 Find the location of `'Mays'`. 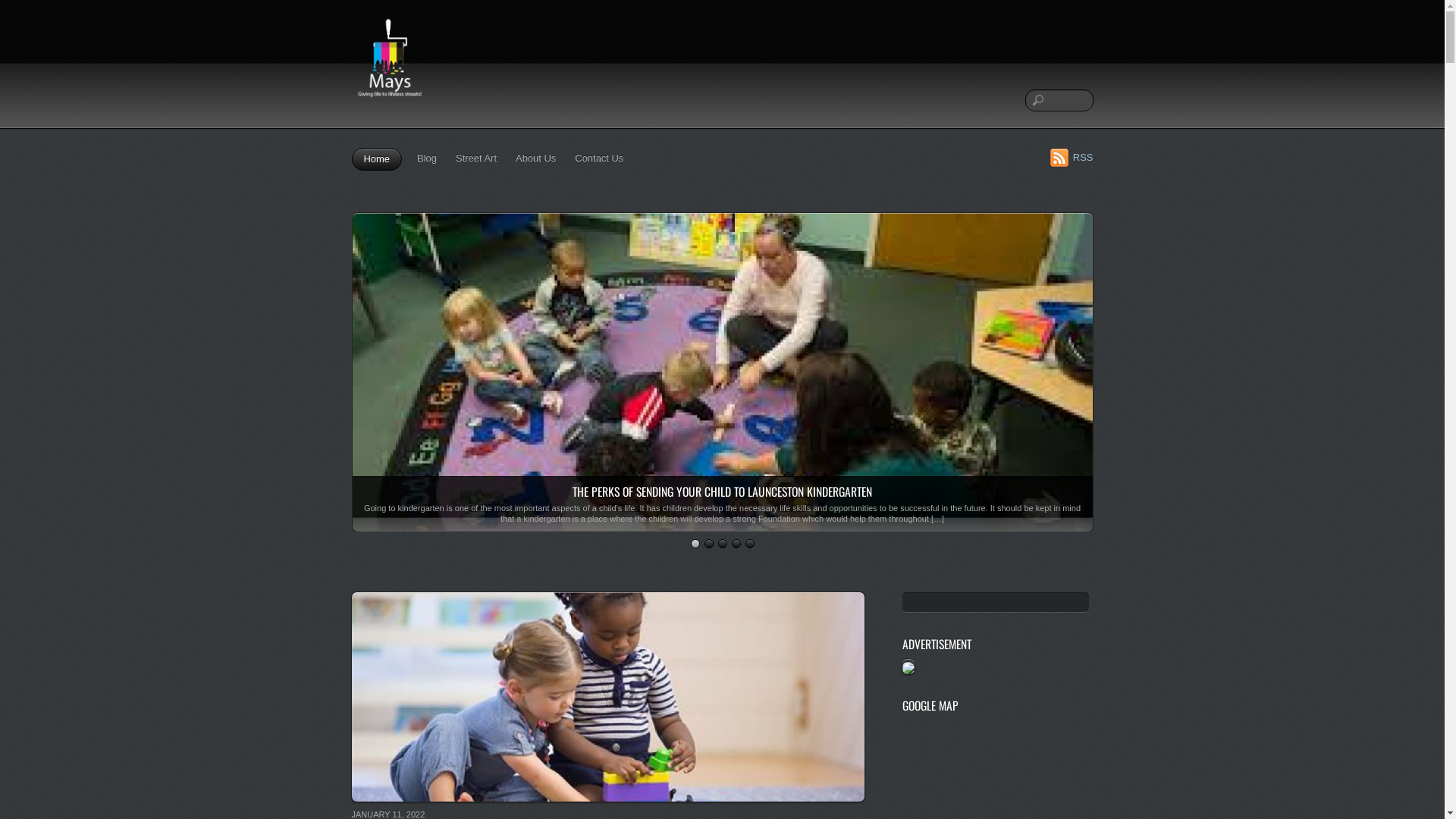

'Mays' is located at coordinates (389, 63).